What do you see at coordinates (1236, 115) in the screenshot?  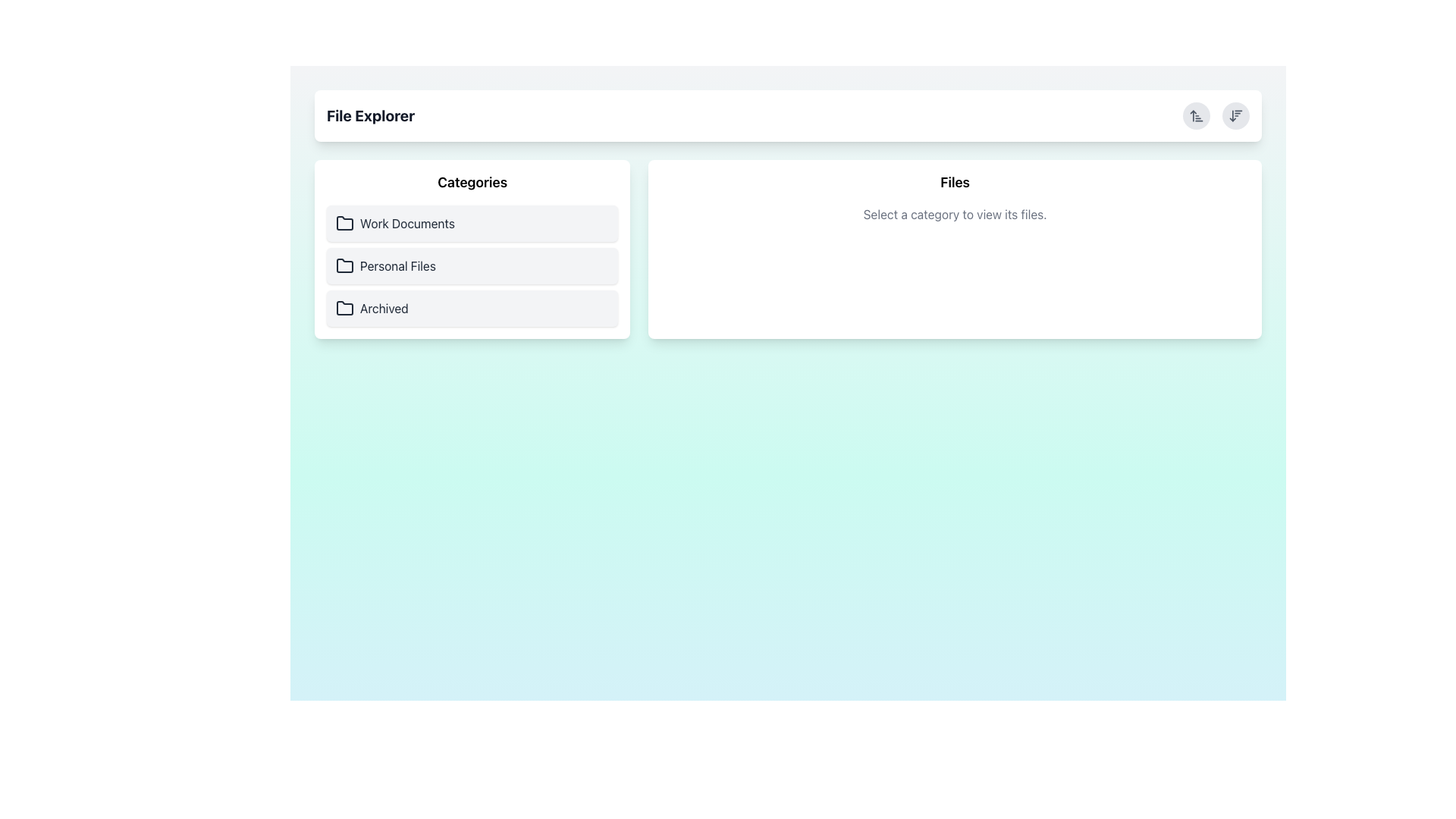 I see `the second circular button in the top-right corner of the interface` at bounding box center [1236, 115].